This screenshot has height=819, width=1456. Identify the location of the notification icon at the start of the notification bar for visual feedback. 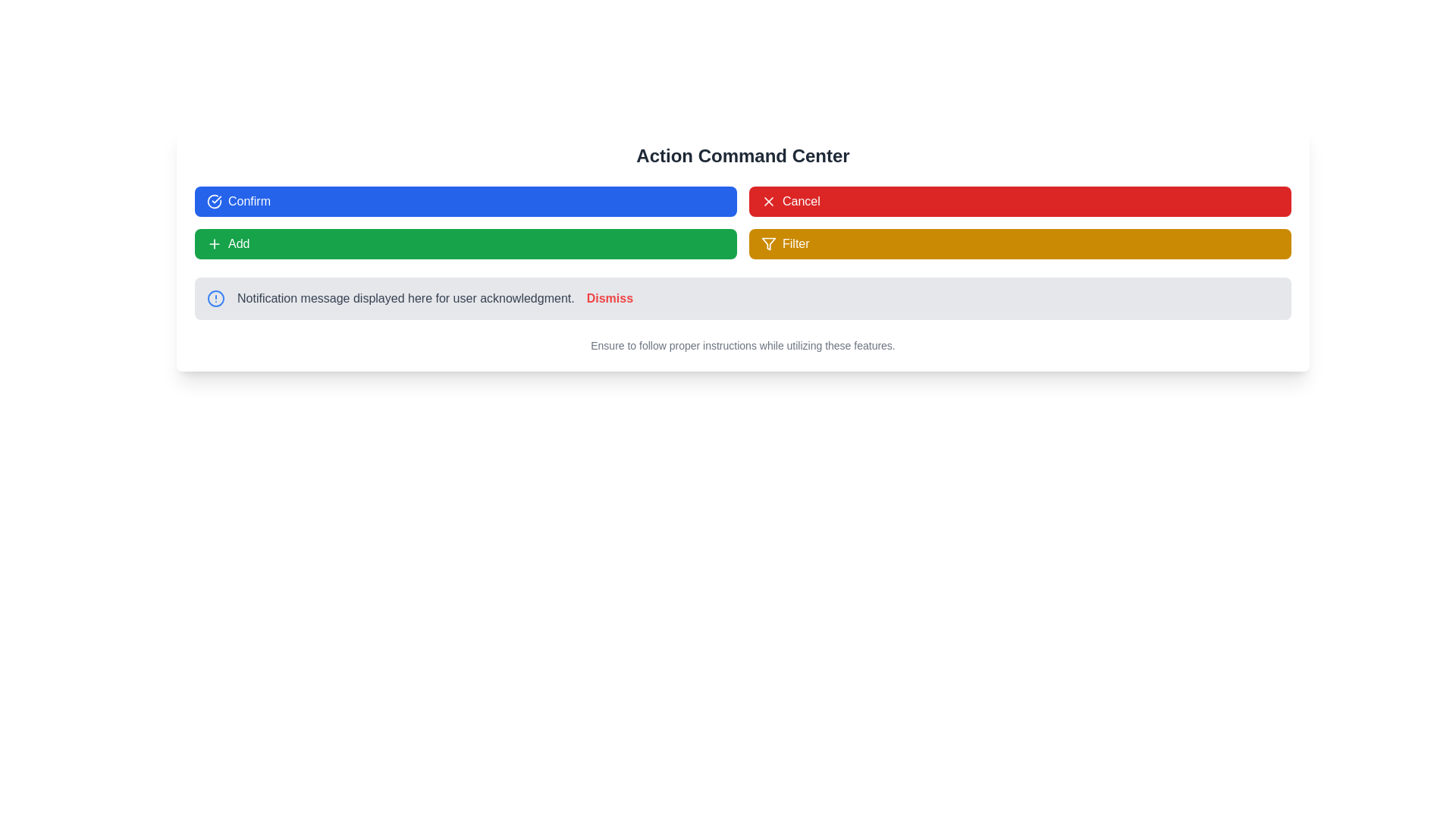
(215, 298).